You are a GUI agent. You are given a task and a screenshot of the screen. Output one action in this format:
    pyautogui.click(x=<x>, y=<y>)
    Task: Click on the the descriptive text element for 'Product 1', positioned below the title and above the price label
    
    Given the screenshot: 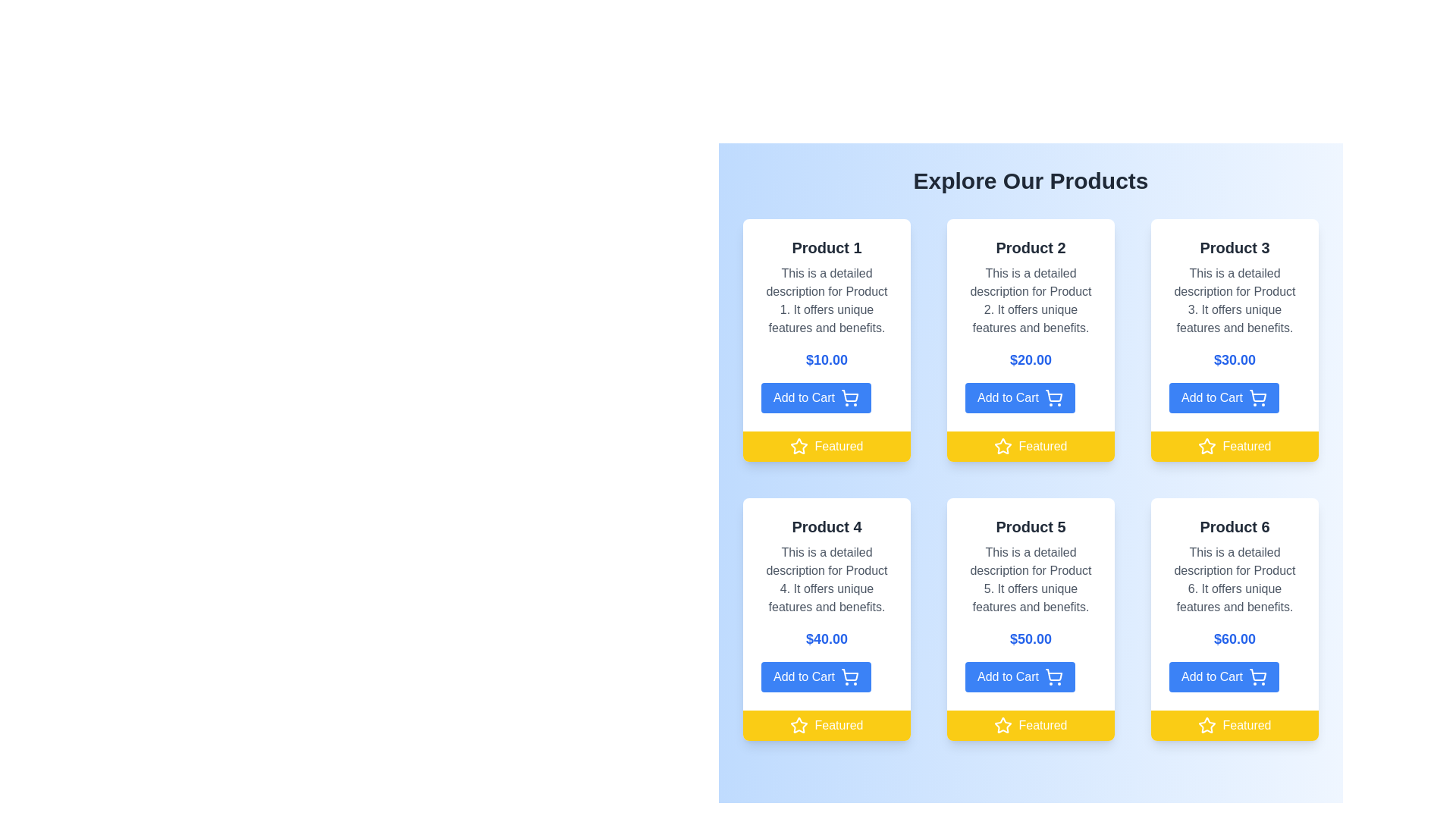 What is the action you would take?
    pyautogui.click(x=826, y=301)
    